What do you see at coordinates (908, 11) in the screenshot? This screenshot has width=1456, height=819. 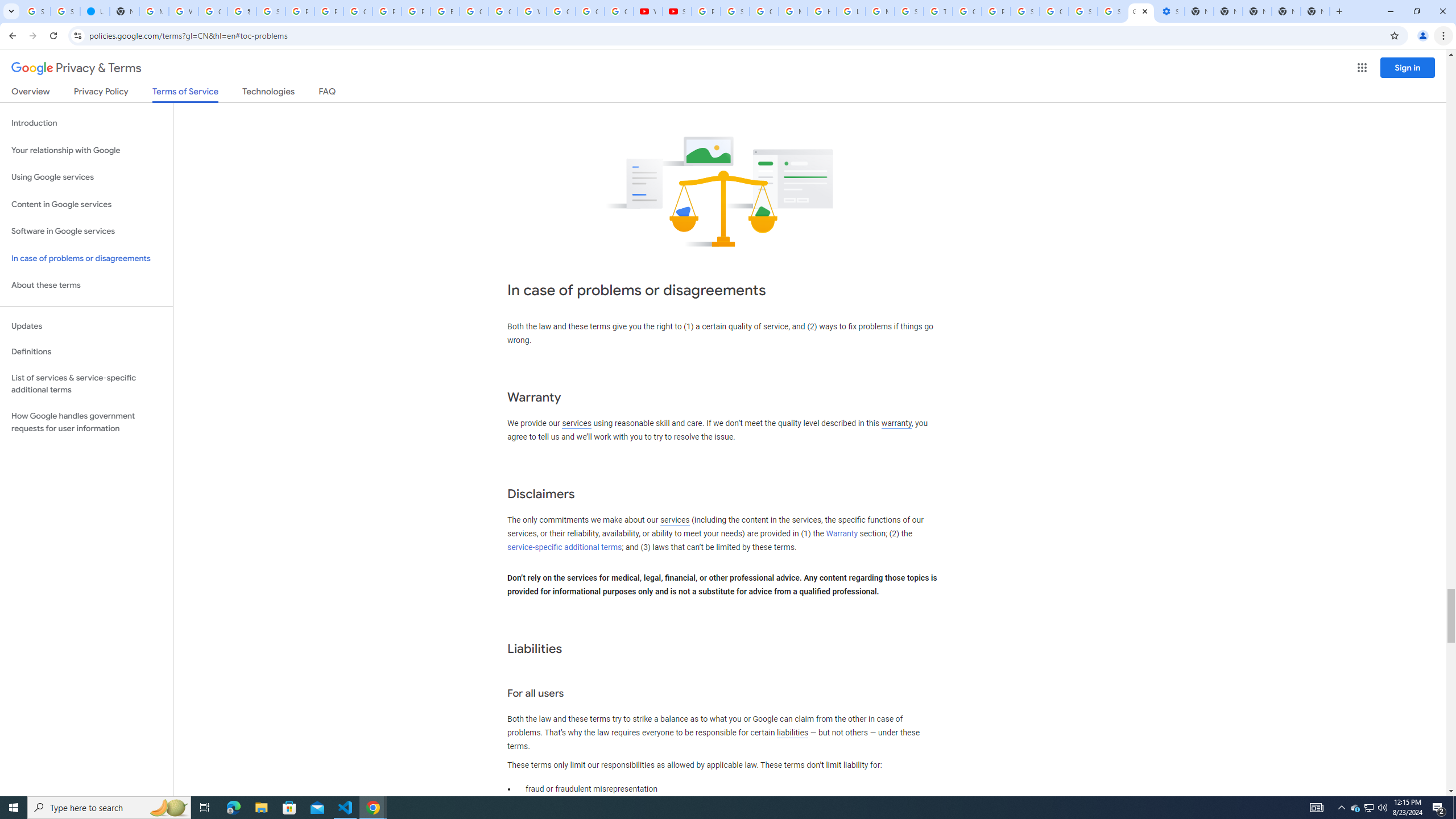 I see `'Search our Doodle Library Collection - Google Doodles'` at bounding box center [908, 11].